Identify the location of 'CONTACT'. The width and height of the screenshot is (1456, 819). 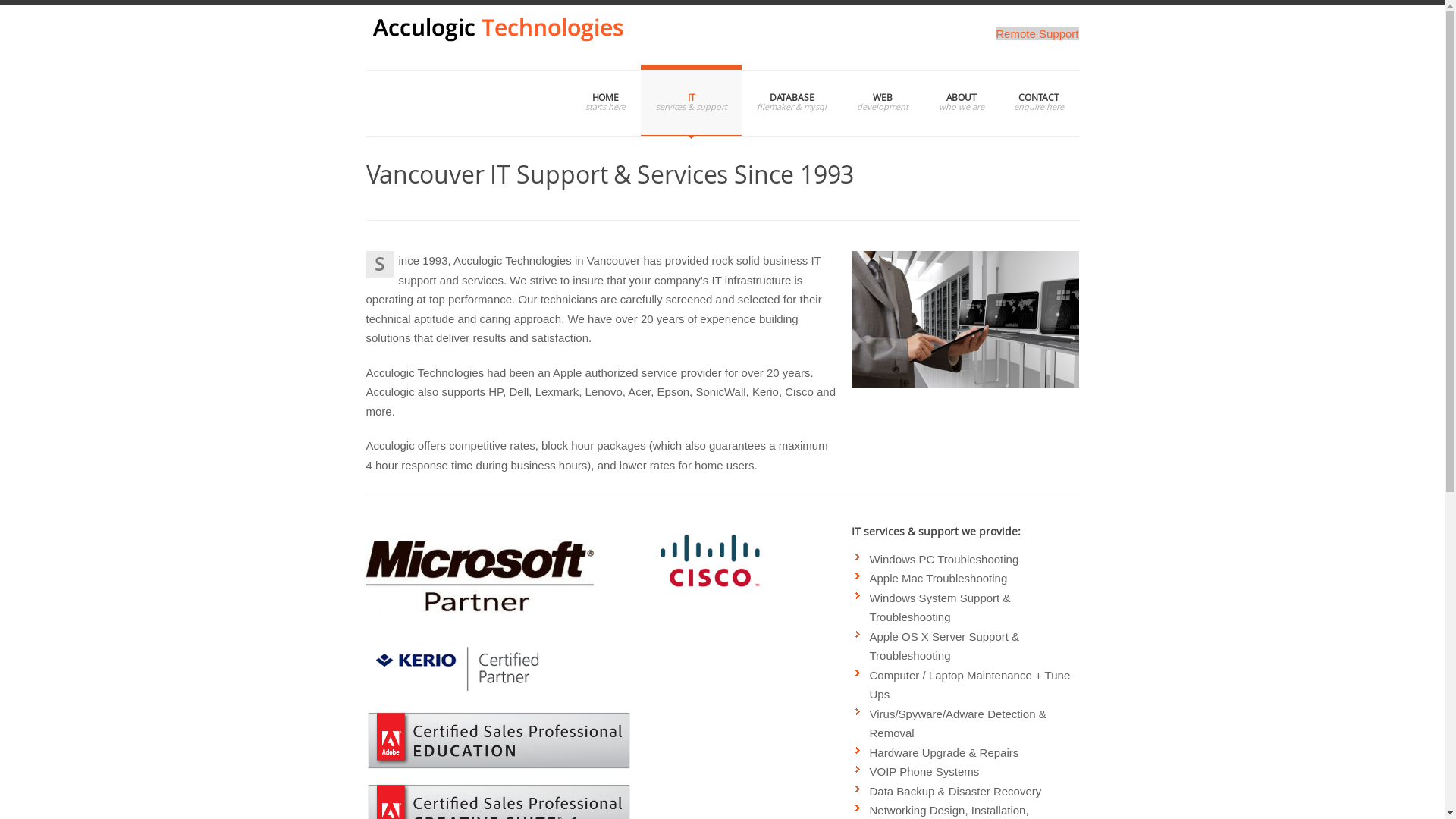
(1037, 100).